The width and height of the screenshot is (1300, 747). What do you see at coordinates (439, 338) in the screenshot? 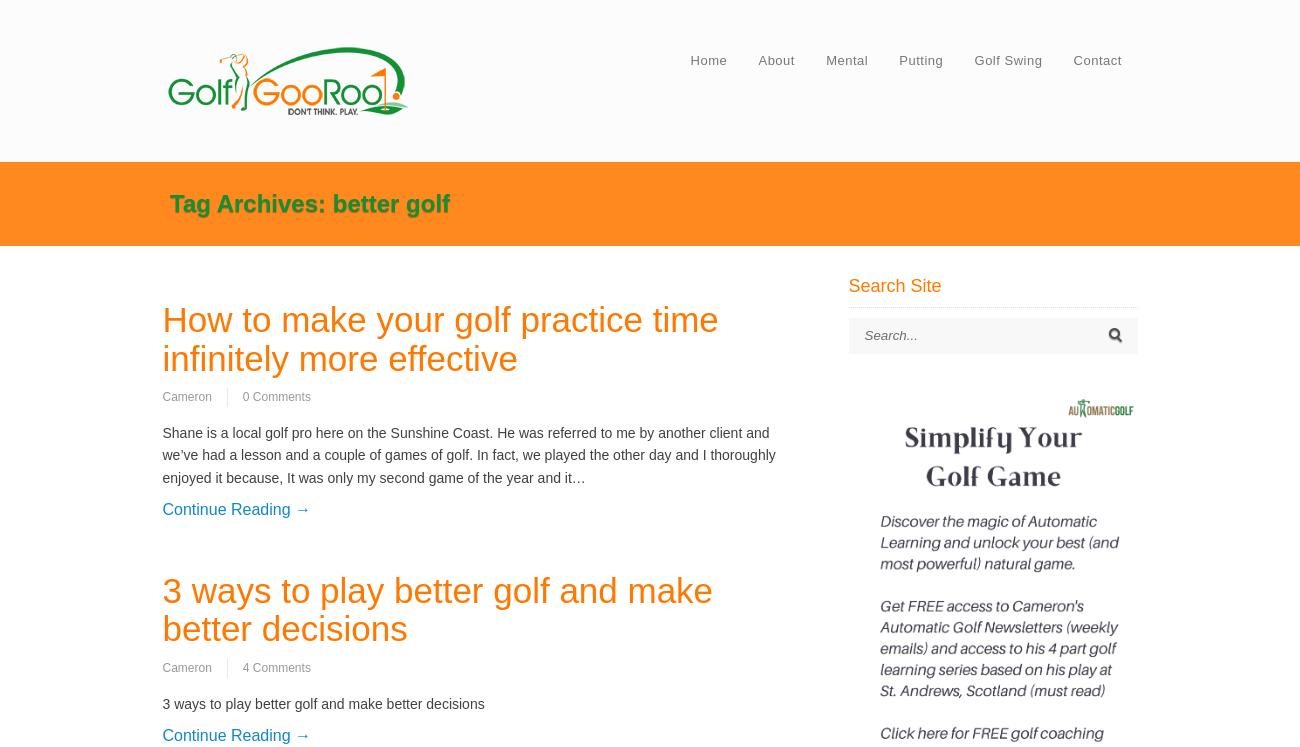
I see `'How to make your golf practice time infinitely more effective'` at bounding box center [439, 338].